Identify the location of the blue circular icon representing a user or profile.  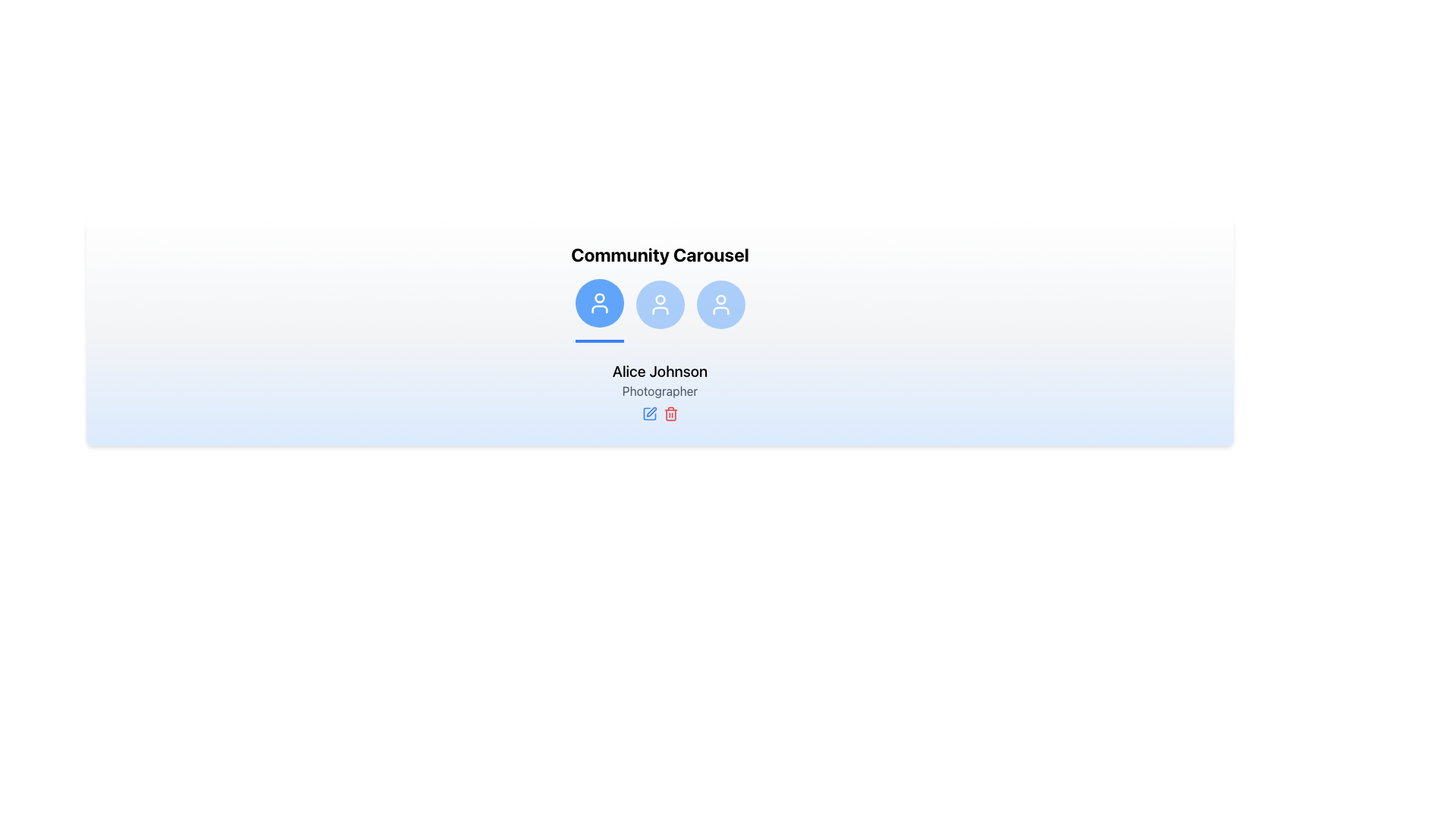
(598, 303).